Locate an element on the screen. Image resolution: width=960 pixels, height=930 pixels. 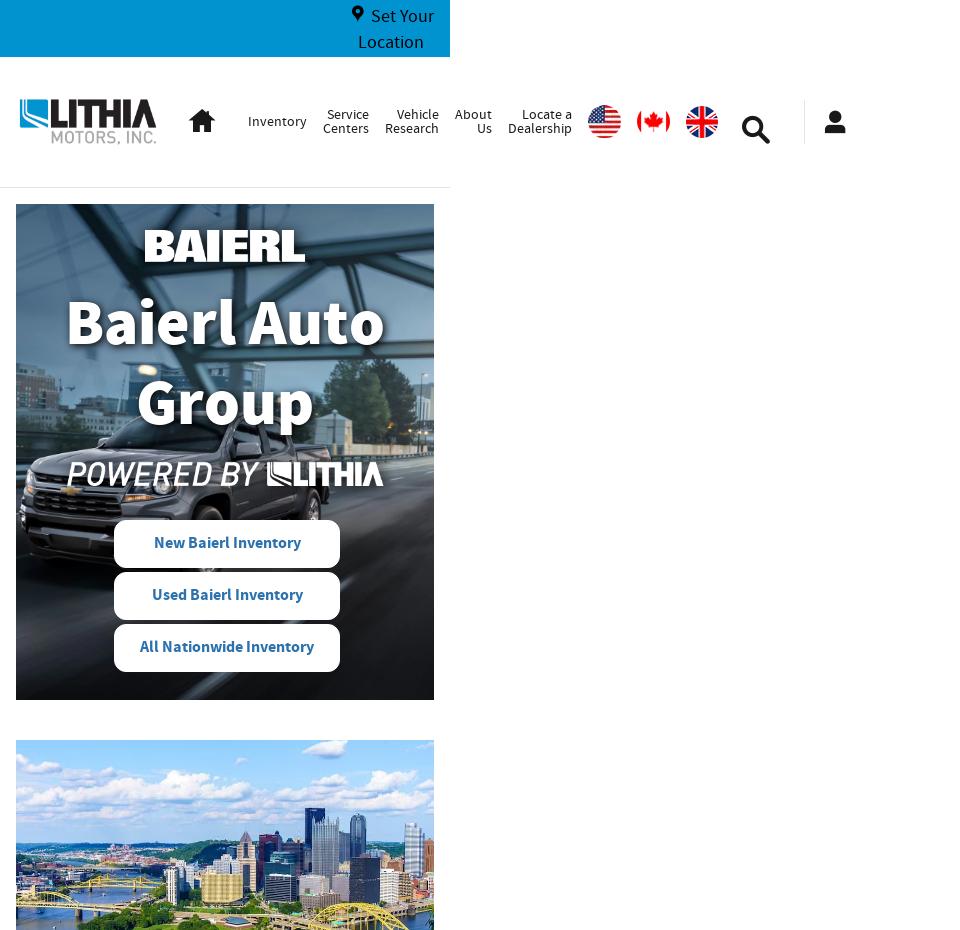
'All Nationwide Inventory' is located at coordinates (227, 646).